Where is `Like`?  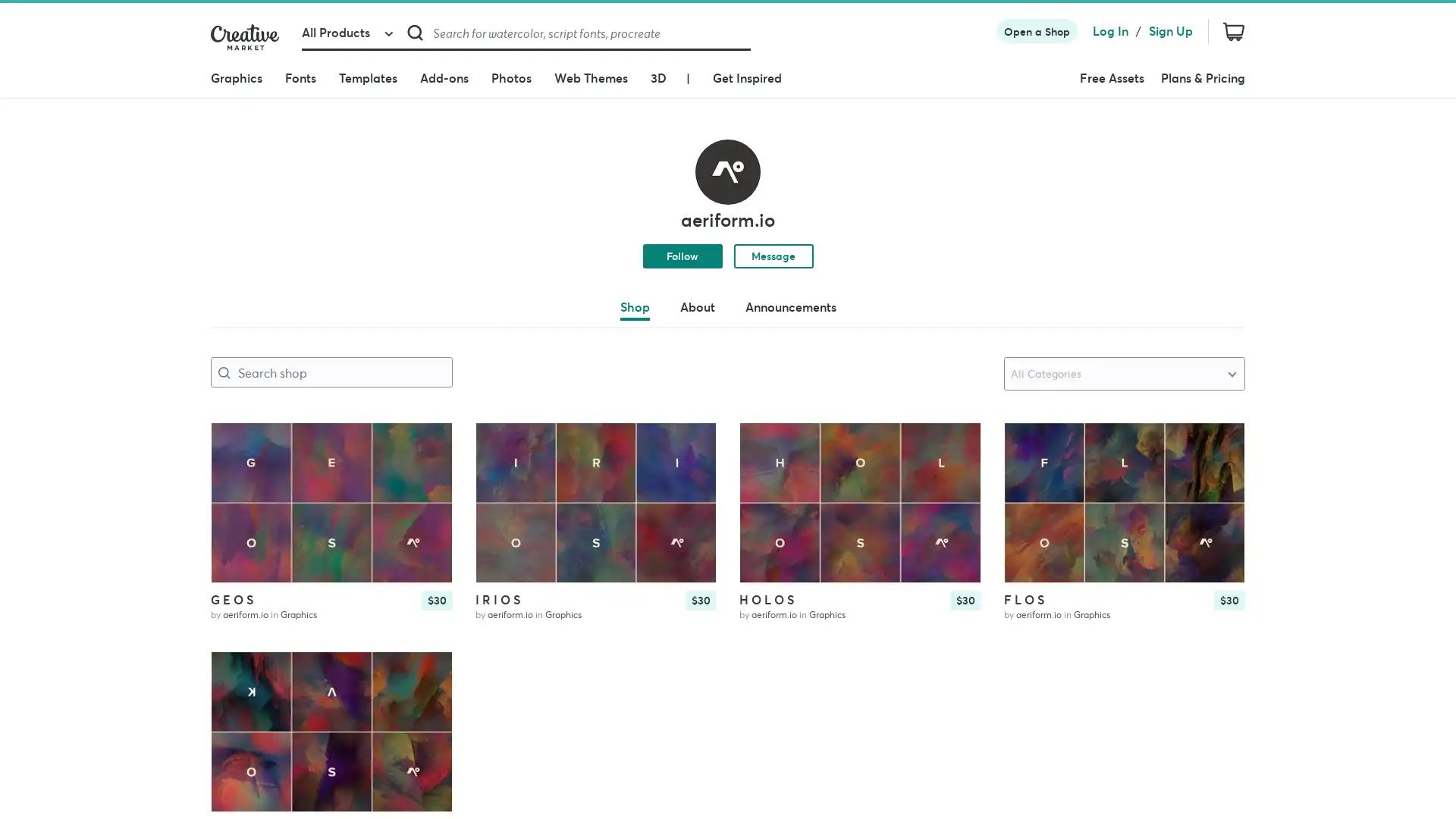
Like is located at coordinates (691, 444).